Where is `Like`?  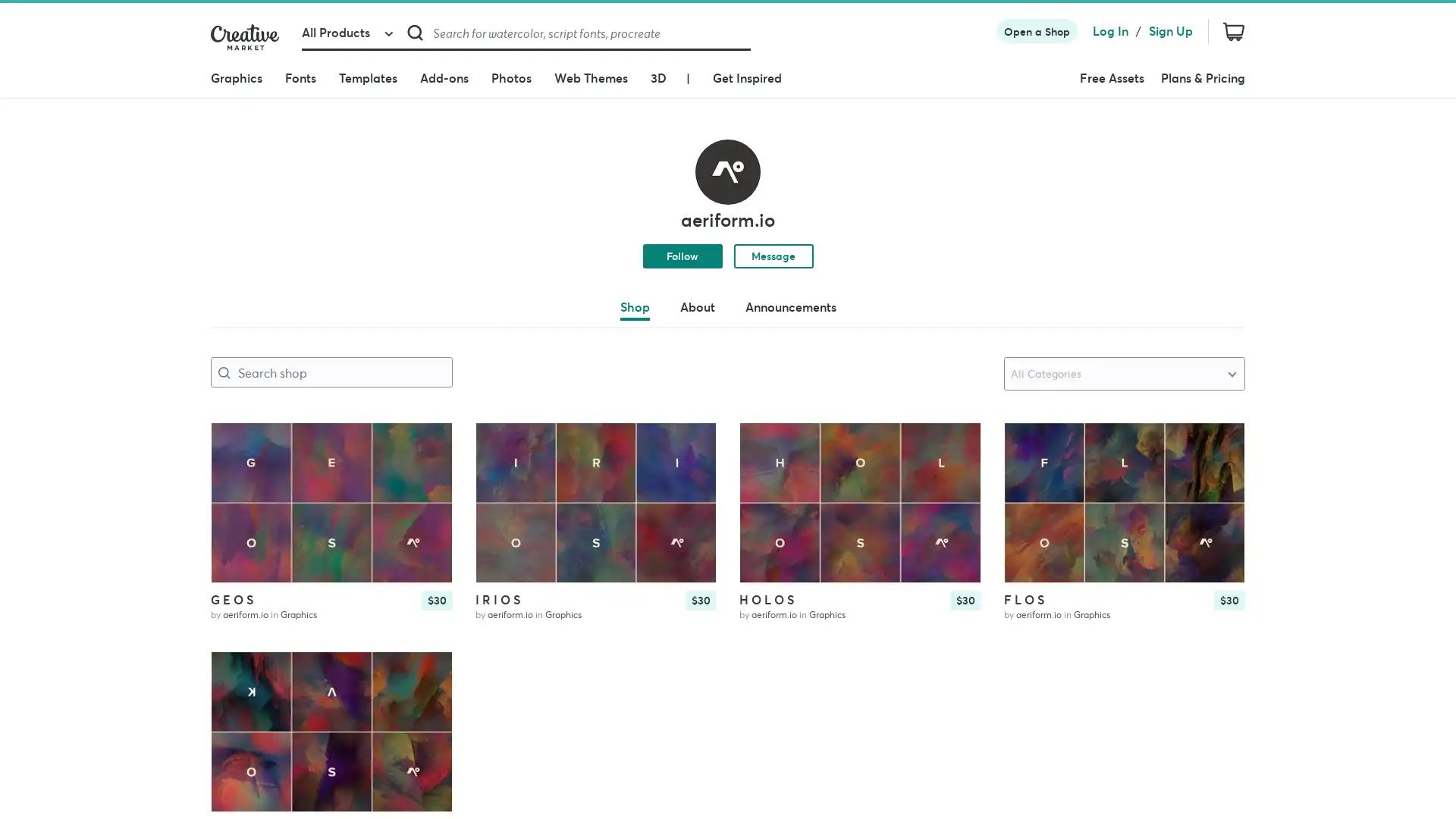
Like is located at coordinates (691, 444).